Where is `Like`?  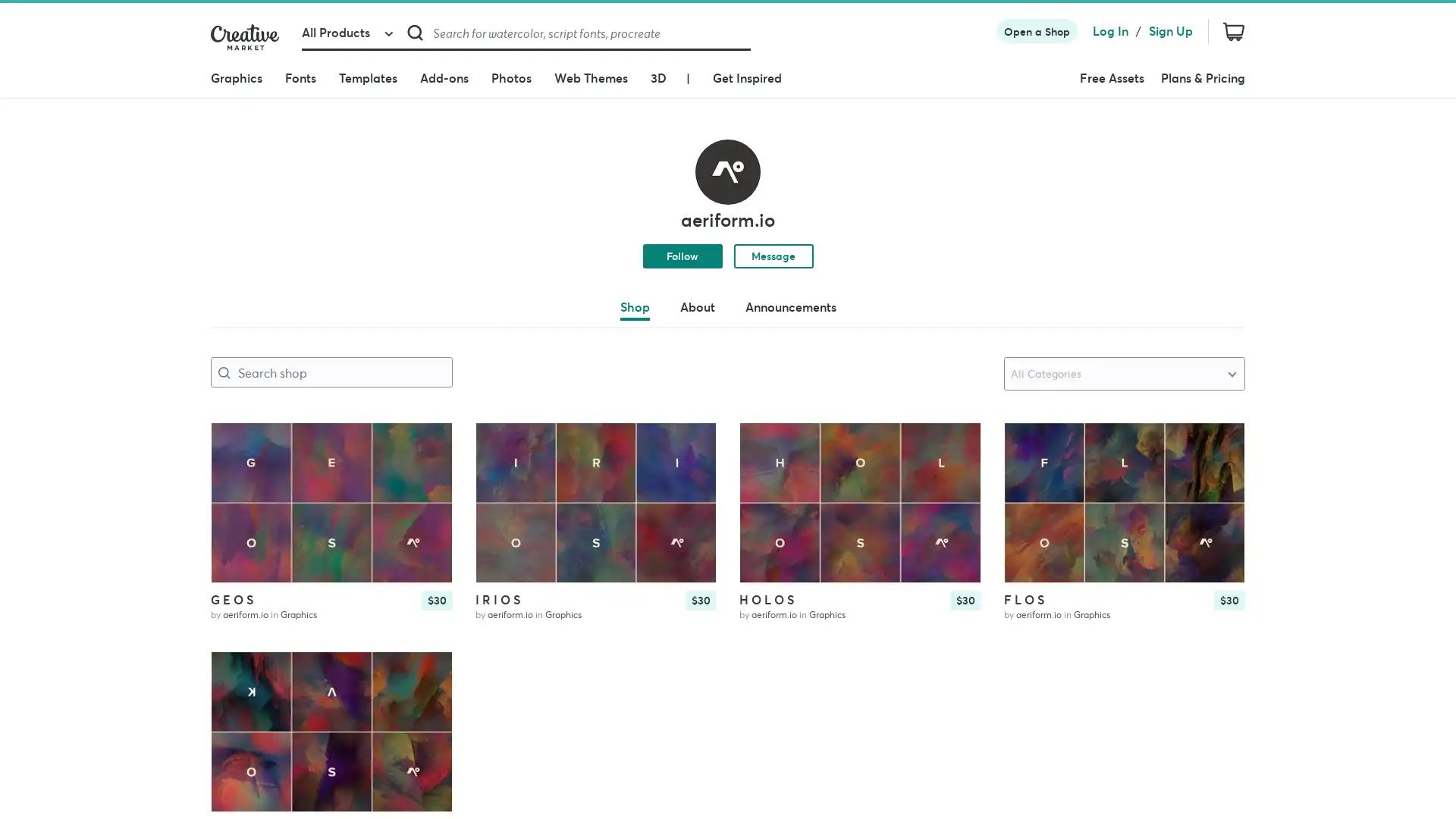
Like is located at coordinates (691, 444).